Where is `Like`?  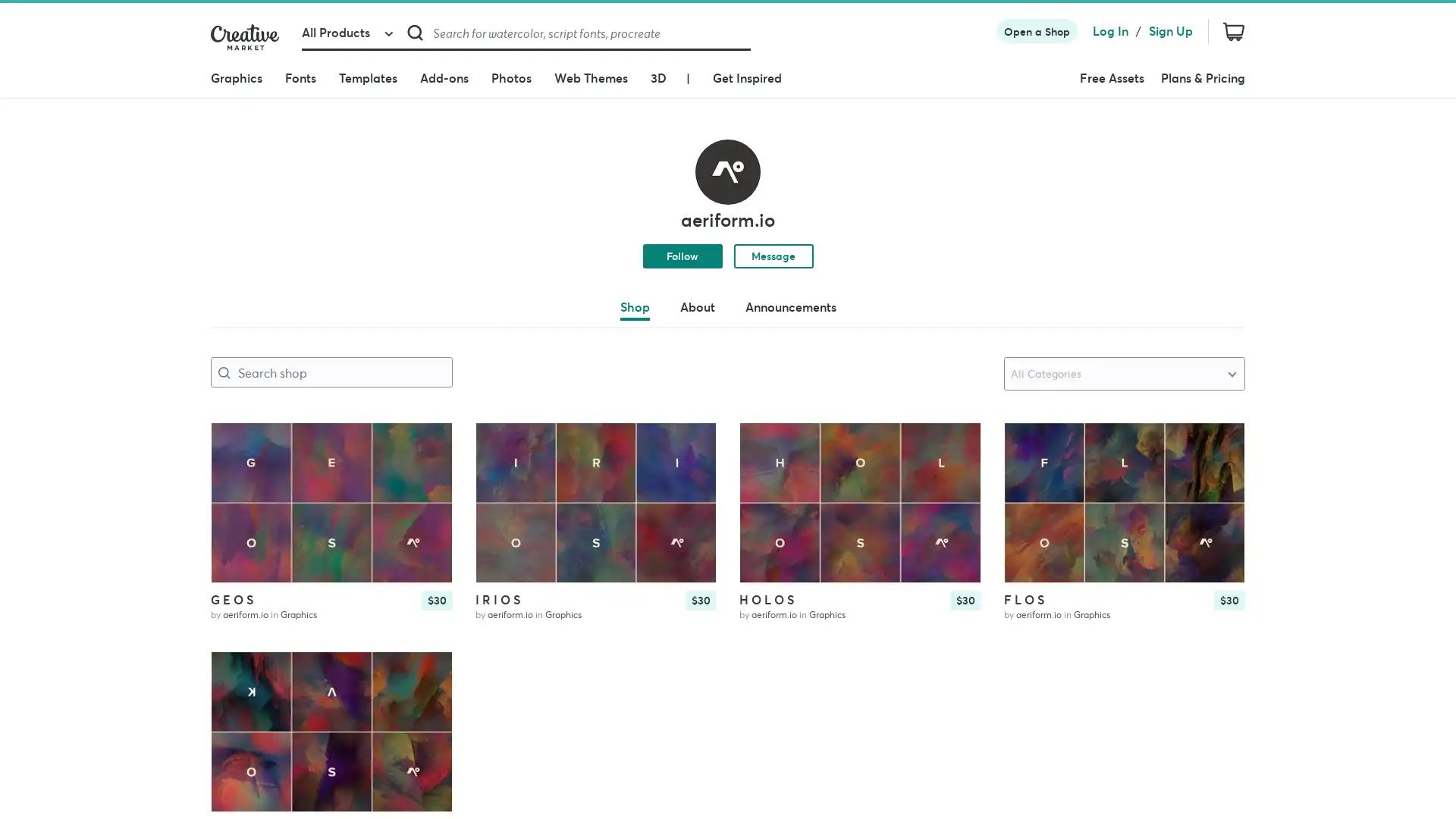
Like is located at coordinates (691, 444).